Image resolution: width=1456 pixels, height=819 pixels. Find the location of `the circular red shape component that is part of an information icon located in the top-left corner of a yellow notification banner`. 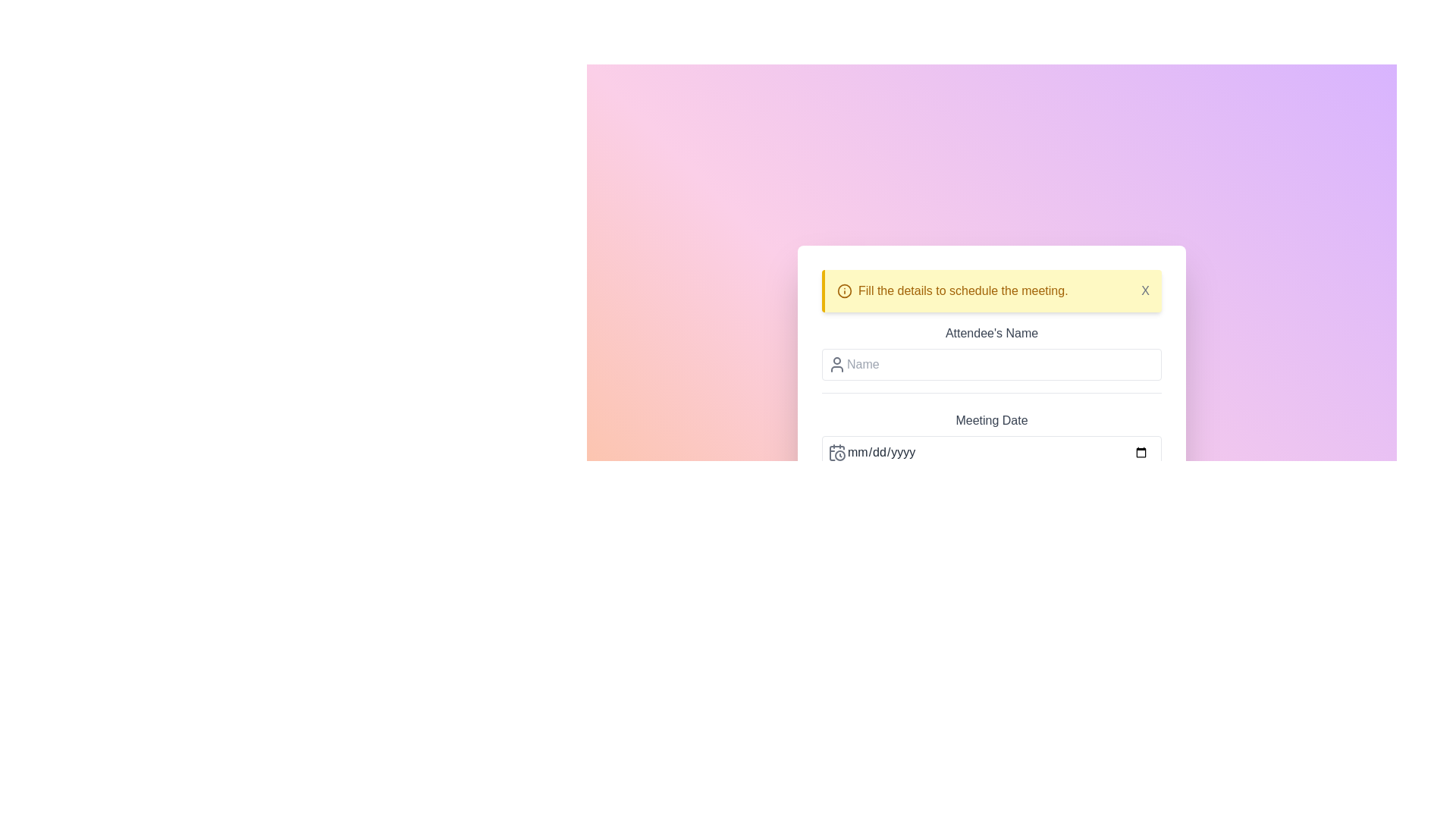

the circular red shape component that is part of an information icon located in the top-left corner of a yellow notification banner is located at coordinates (843, 291).